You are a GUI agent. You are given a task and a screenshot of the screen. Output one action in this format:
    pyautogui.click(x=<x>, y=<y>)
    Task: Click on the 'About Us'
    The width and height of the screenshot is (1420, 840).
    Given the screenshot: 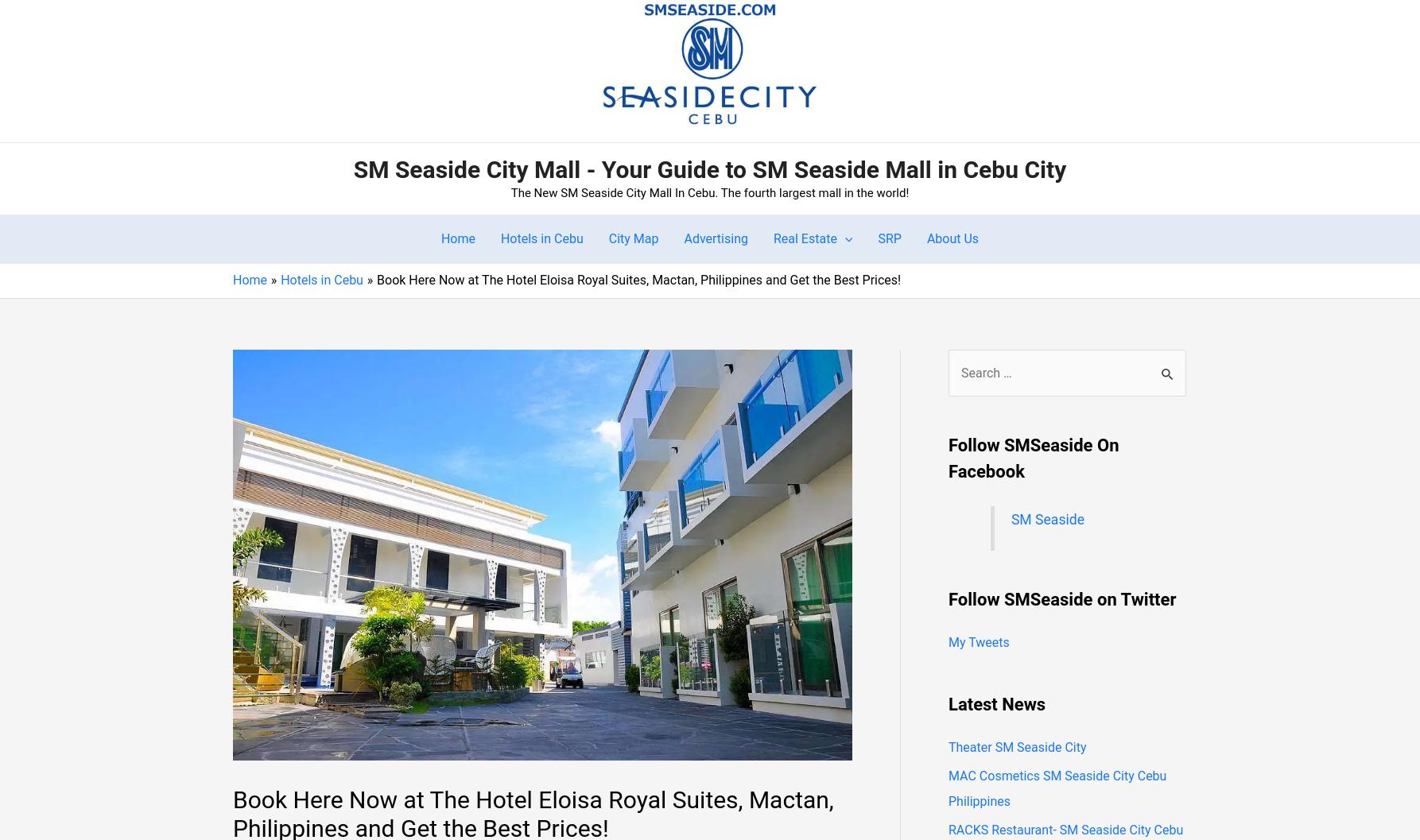 What is the action you would take?
    pyautogui.click(x=952, y=238)
    